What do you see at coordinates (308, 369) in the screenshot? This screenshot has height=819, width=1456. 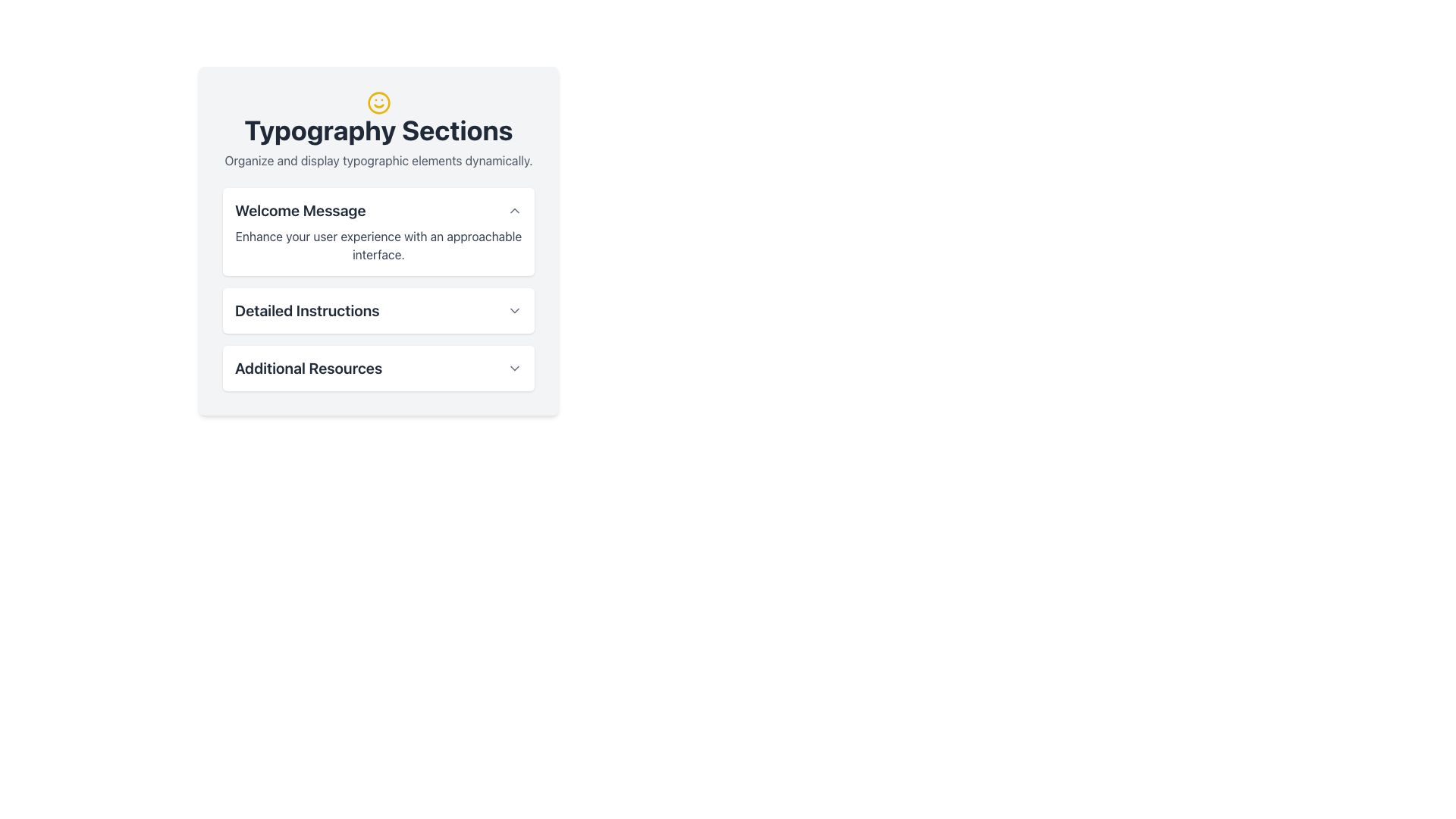 I see `text label serving as the heading for the content section, located at the center-left of the 'Typography Sections' panel, positioned below 'Welcome Message' and 'Detailed Instructions'` at bounding box center [308, 369].